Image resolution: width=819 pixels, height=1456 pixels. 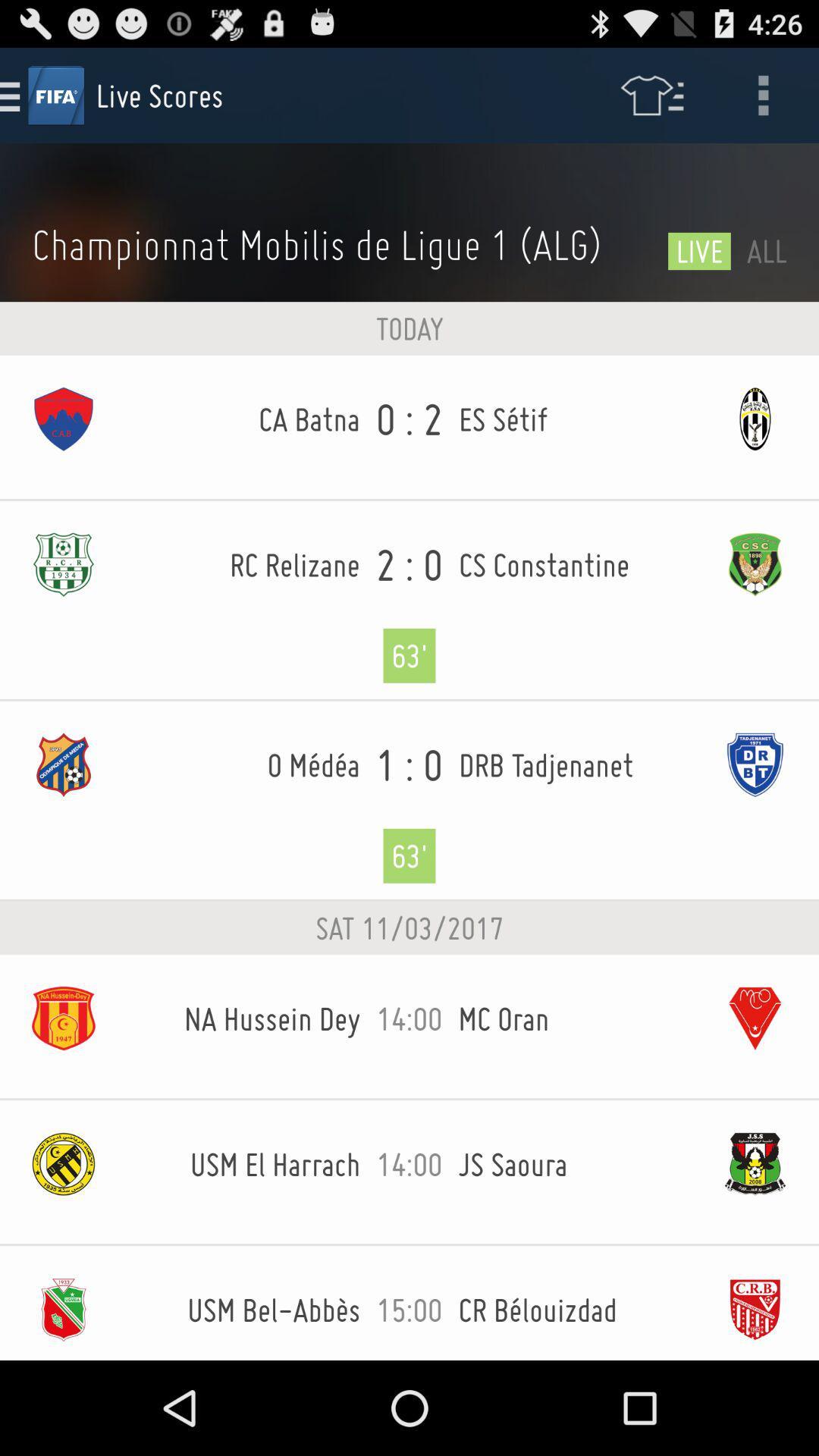 What do you see at coordinates (575, 1018) in the screenshot?
I see `the item next to 14:00 item` at bounding box center [575, 1018].